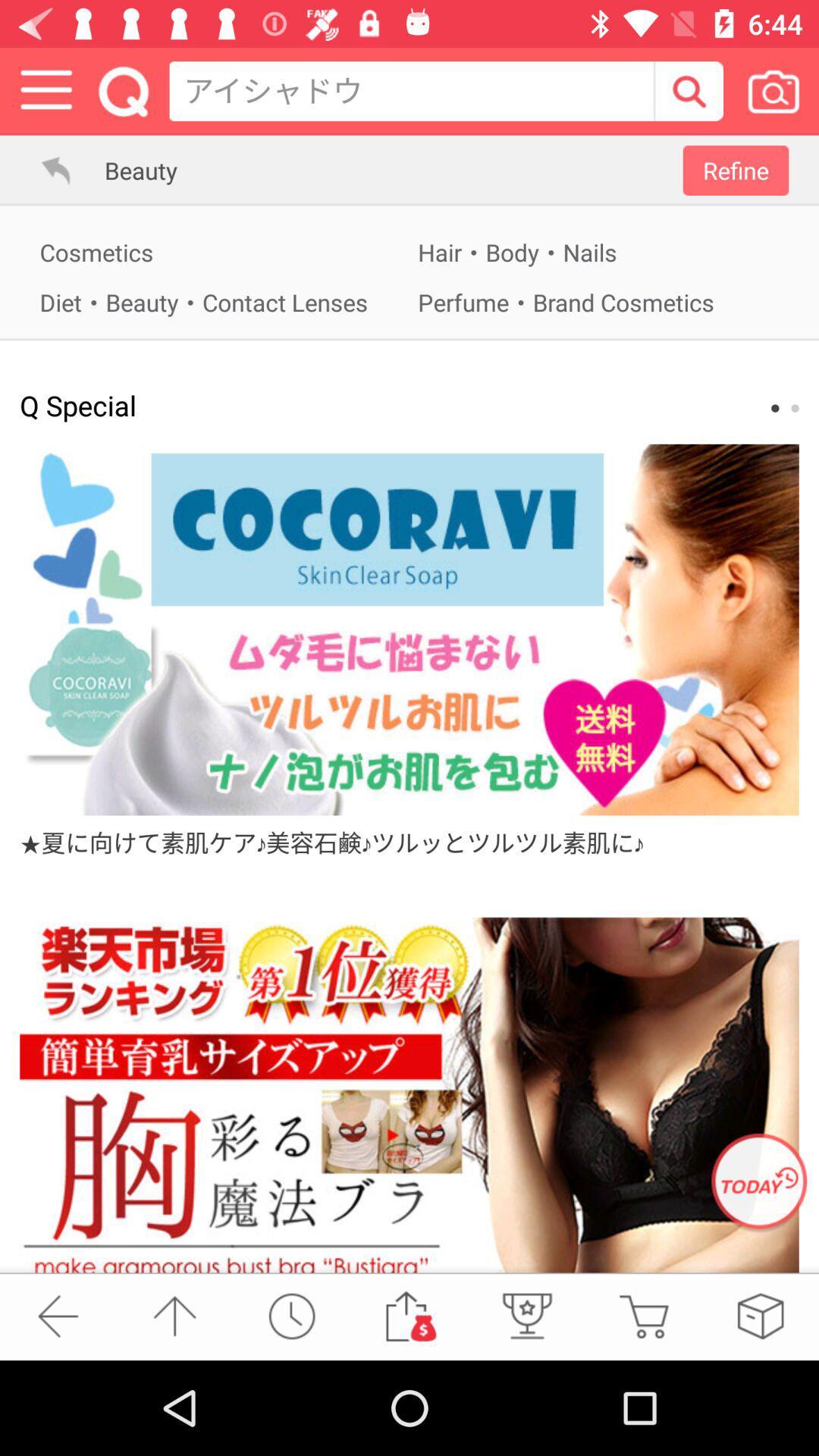  I want to click on search bar, so click(688, 90).